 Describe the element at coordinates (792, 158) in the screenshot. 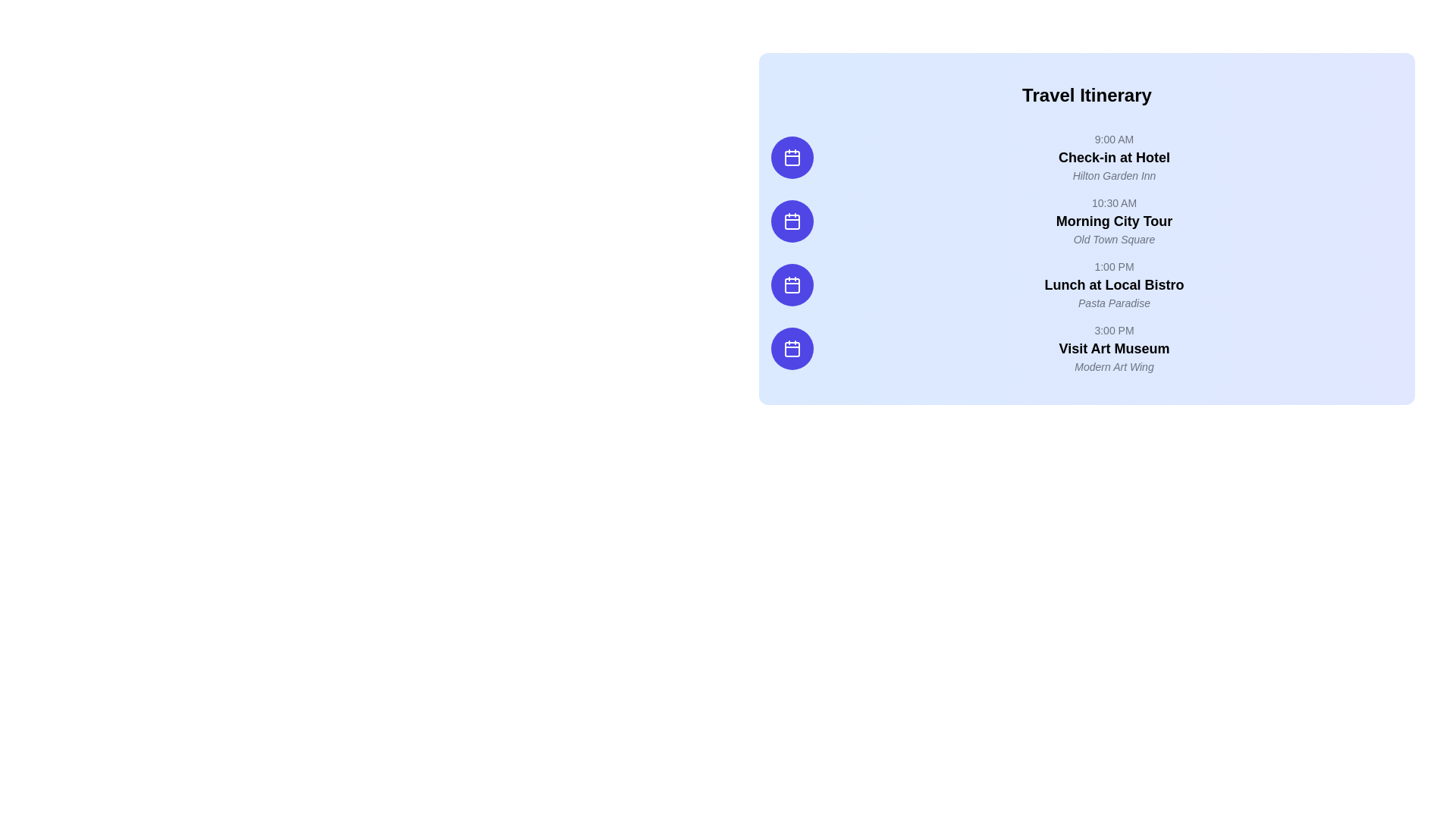

I see `the calendar icon located at the top of the vertical stack of icons on the left side of the itinerary section to associate it with the itinerary item` at that location.